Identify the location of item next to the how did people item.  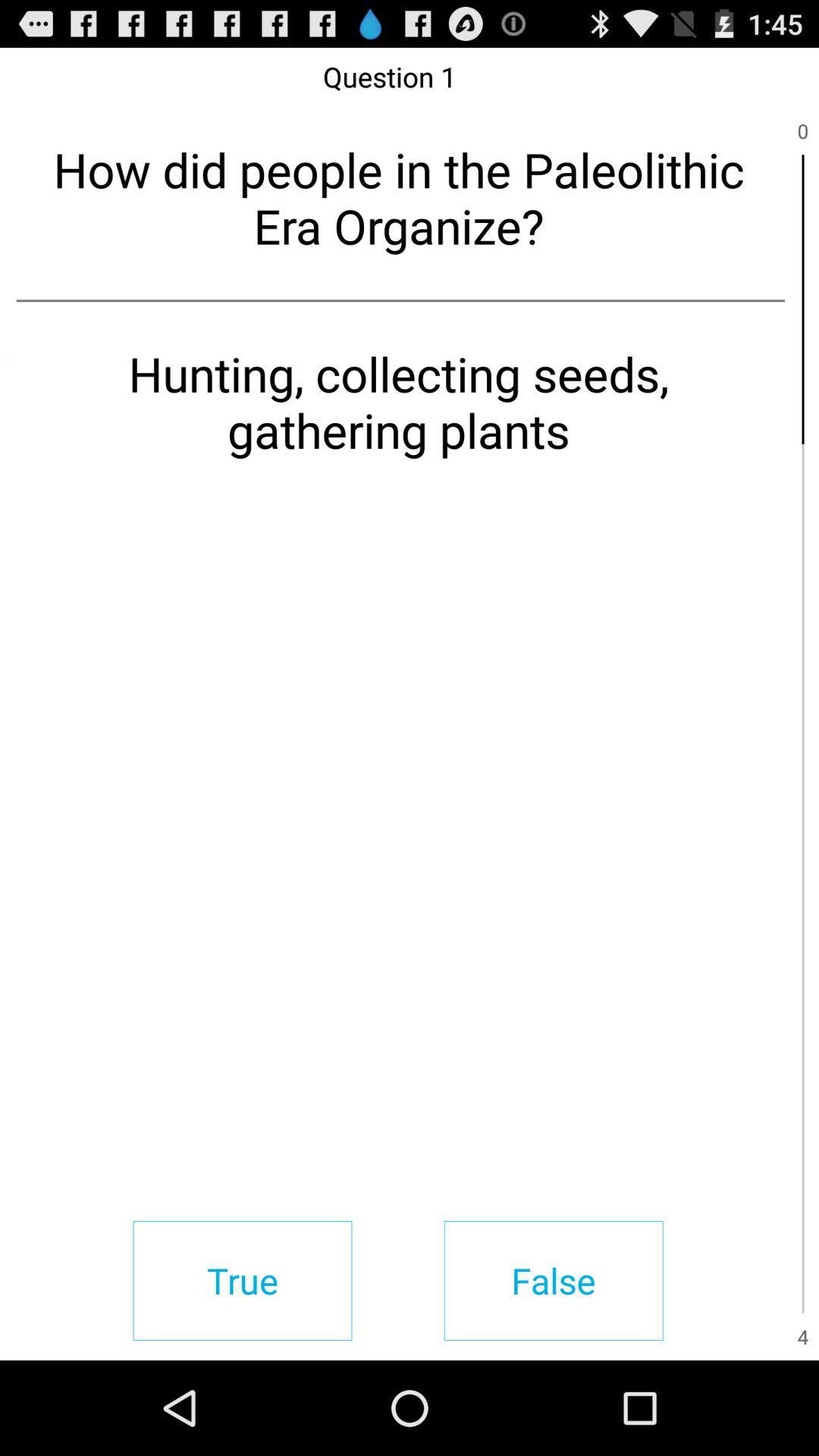
(802, 299).